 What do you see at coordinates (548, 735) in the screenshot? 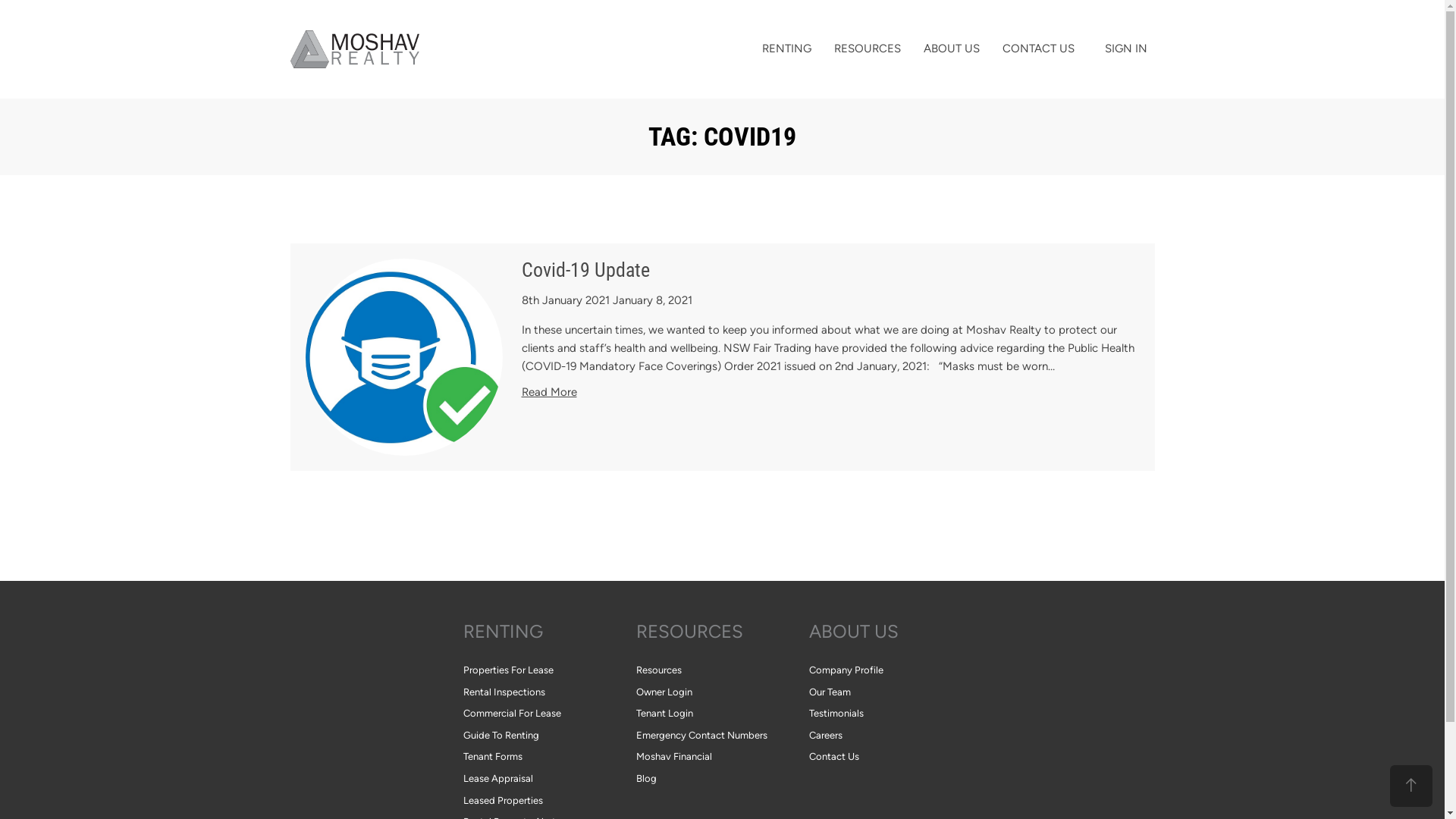
I see `'Guide To Renting'` at bounding box center [548, 735].